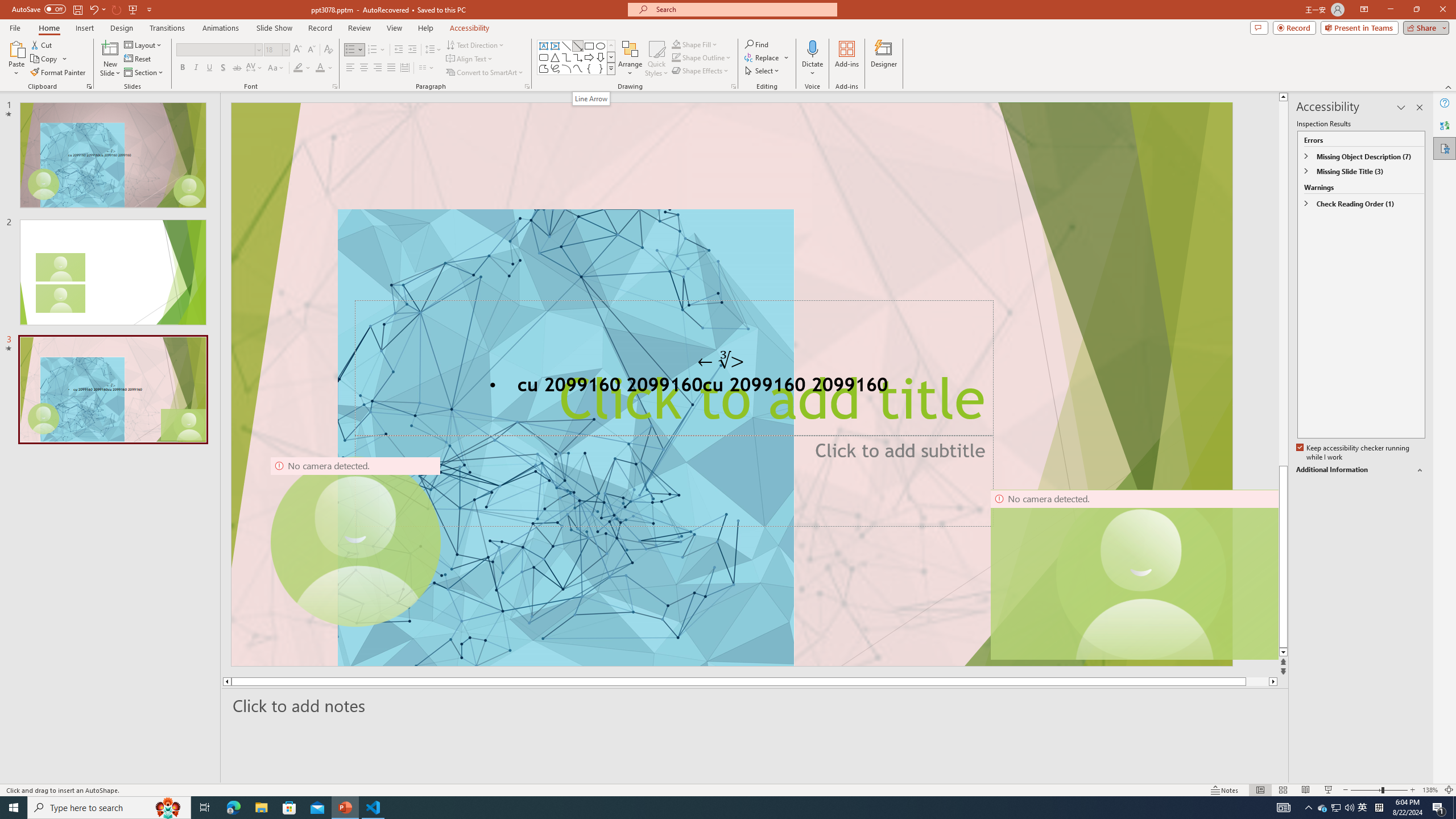  What do you see at coordinates (427, 67) in the screenshot?
I see `'Columns'` at bounding box center [427, 67].